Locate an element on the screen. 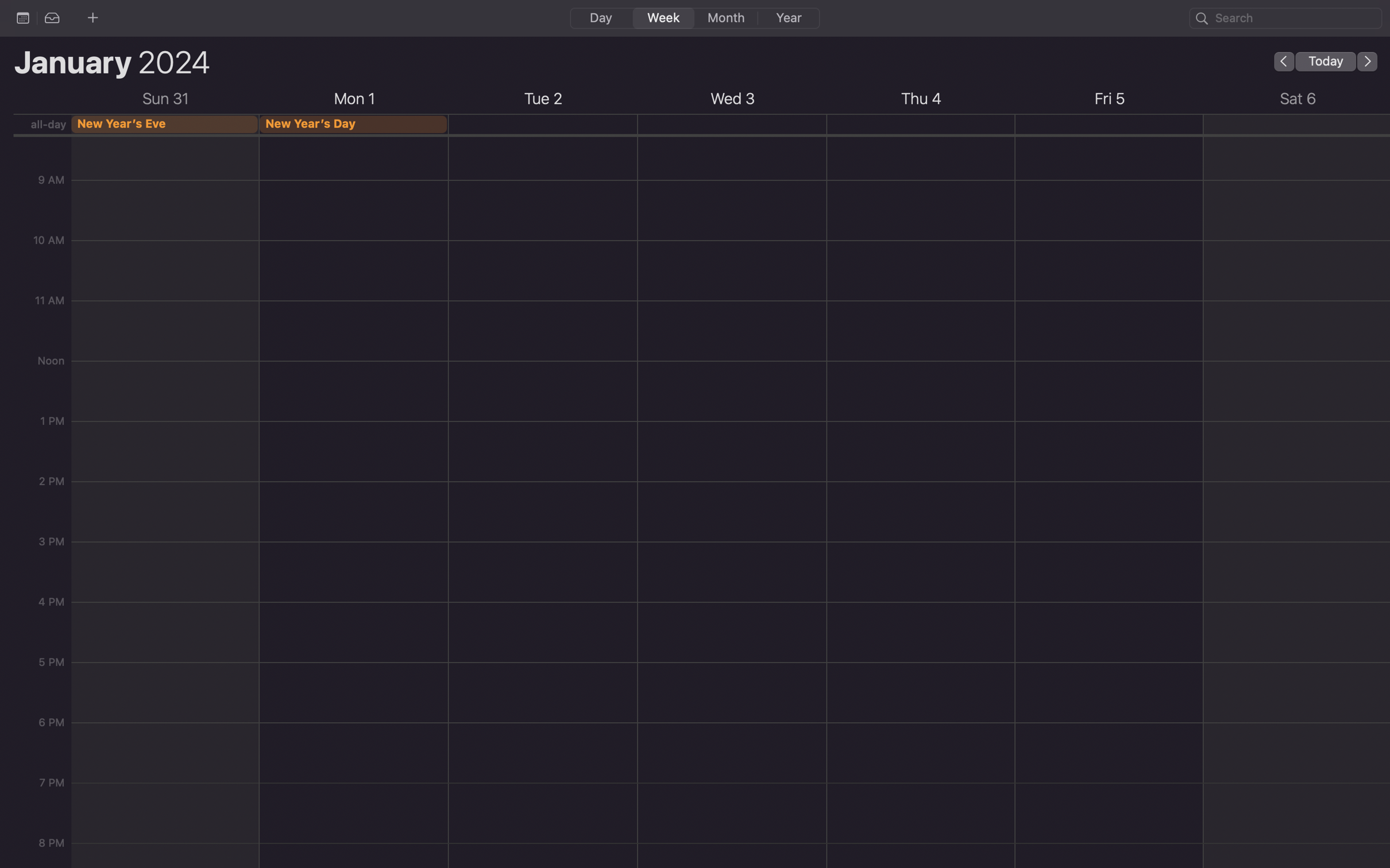 Image resolution: width=1390 pixels, height=868 pixels. up a meeting for Tuesday at 1 pm is located at coordinates (542, 560).